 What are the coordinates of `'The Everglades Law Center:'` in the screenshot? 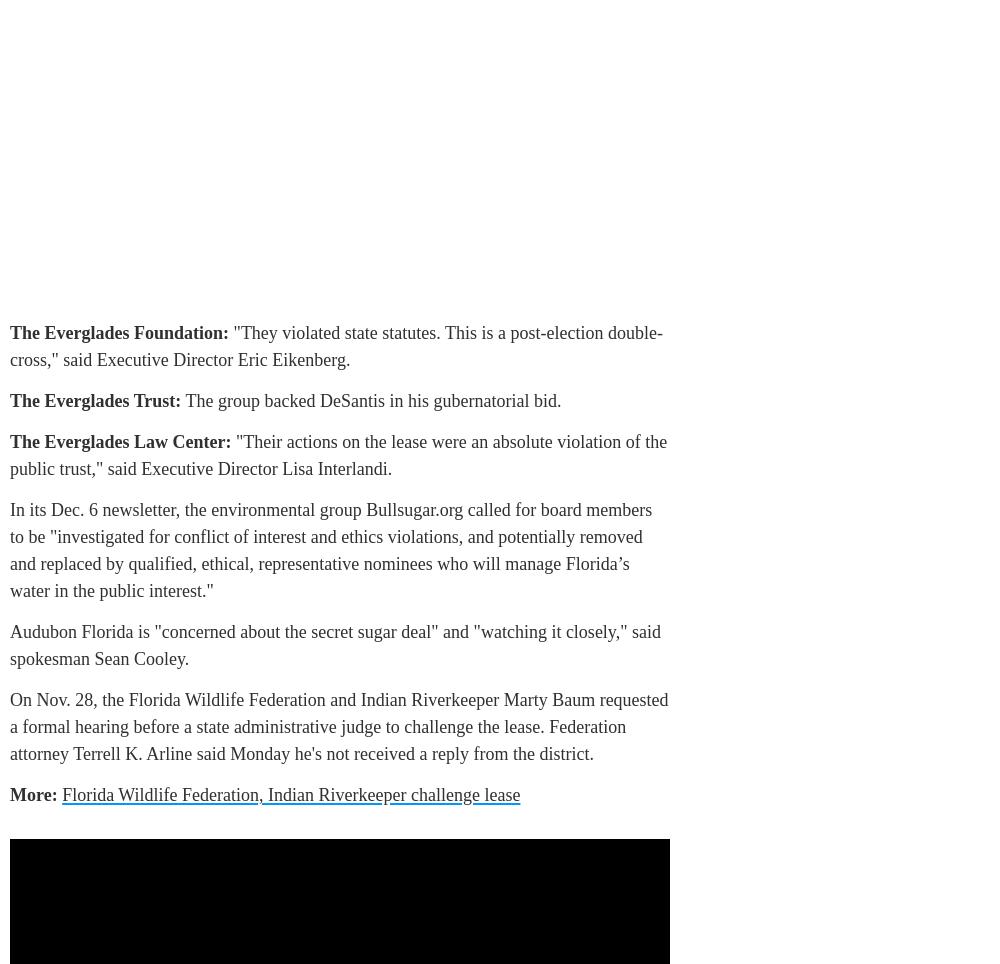 It's located at (121, 440).